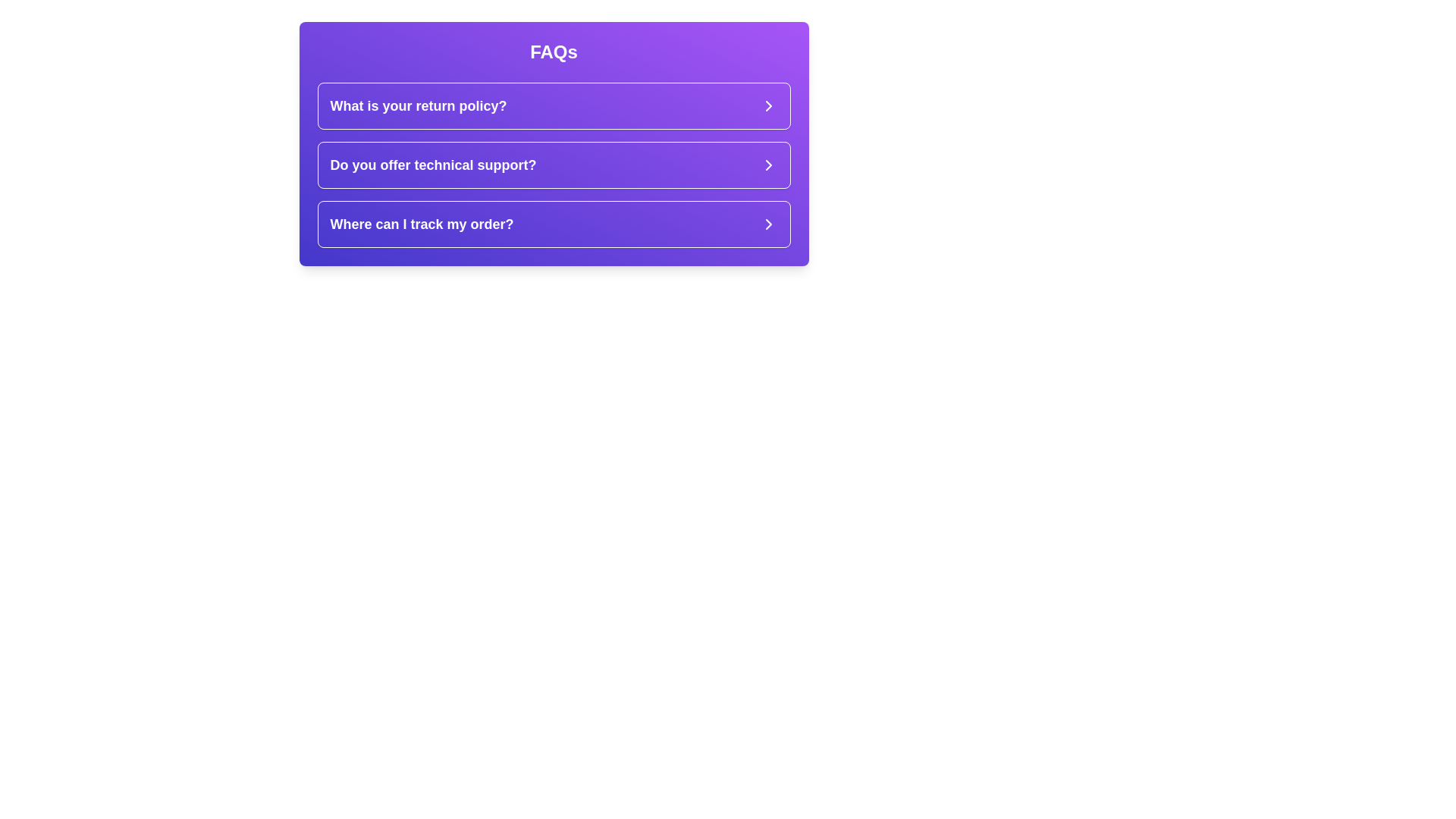 Image resolution: width=1456 pixels, height=819 pixels. I want to click on the heading text displaying the question 'Do you offer technical support?', so click(432, 165).